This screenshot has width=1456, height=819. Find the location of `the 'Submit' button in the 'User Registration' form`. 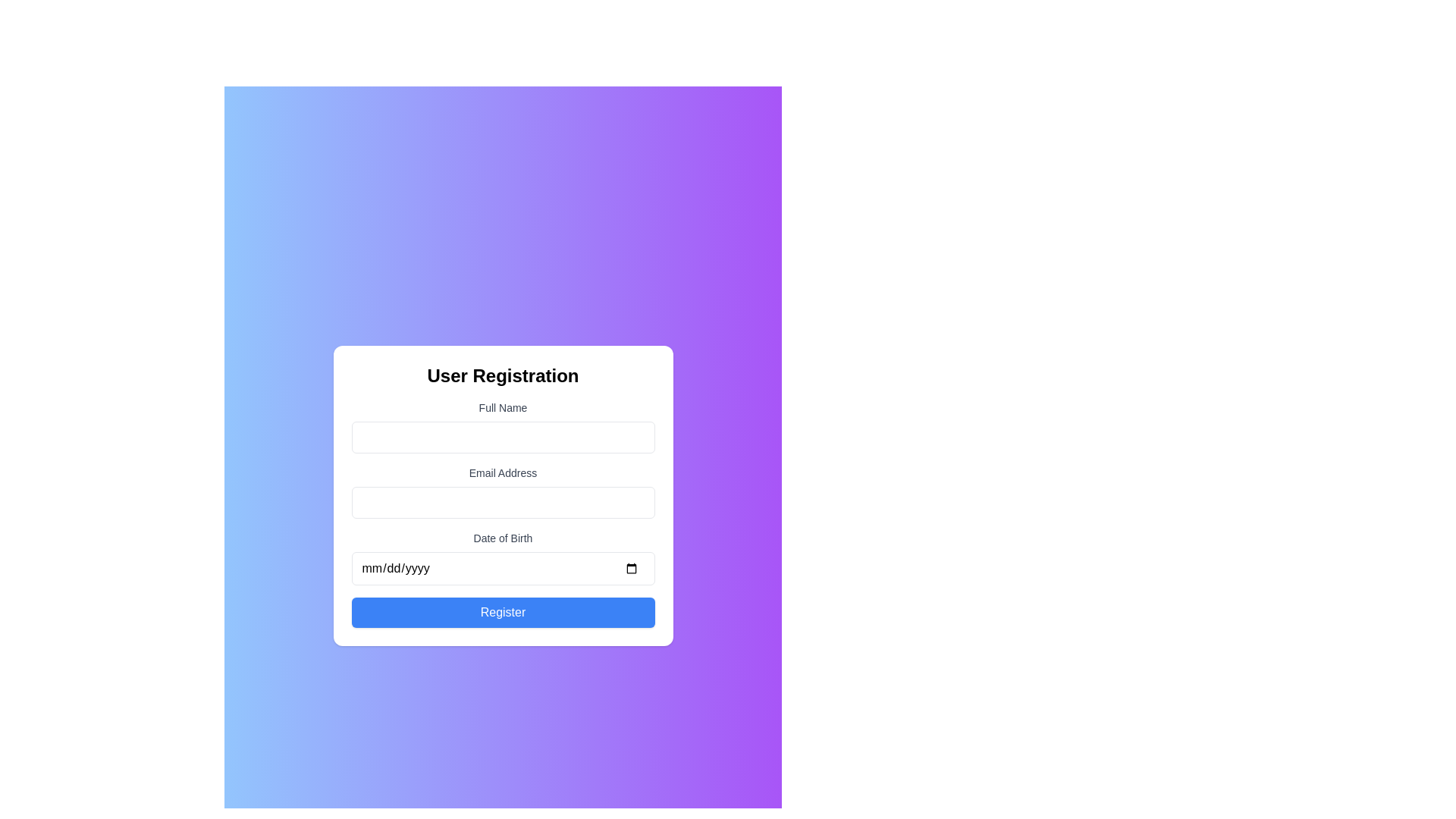

the 'Submit' button in the 'User Registration' form is located at coordinates (503, 611).